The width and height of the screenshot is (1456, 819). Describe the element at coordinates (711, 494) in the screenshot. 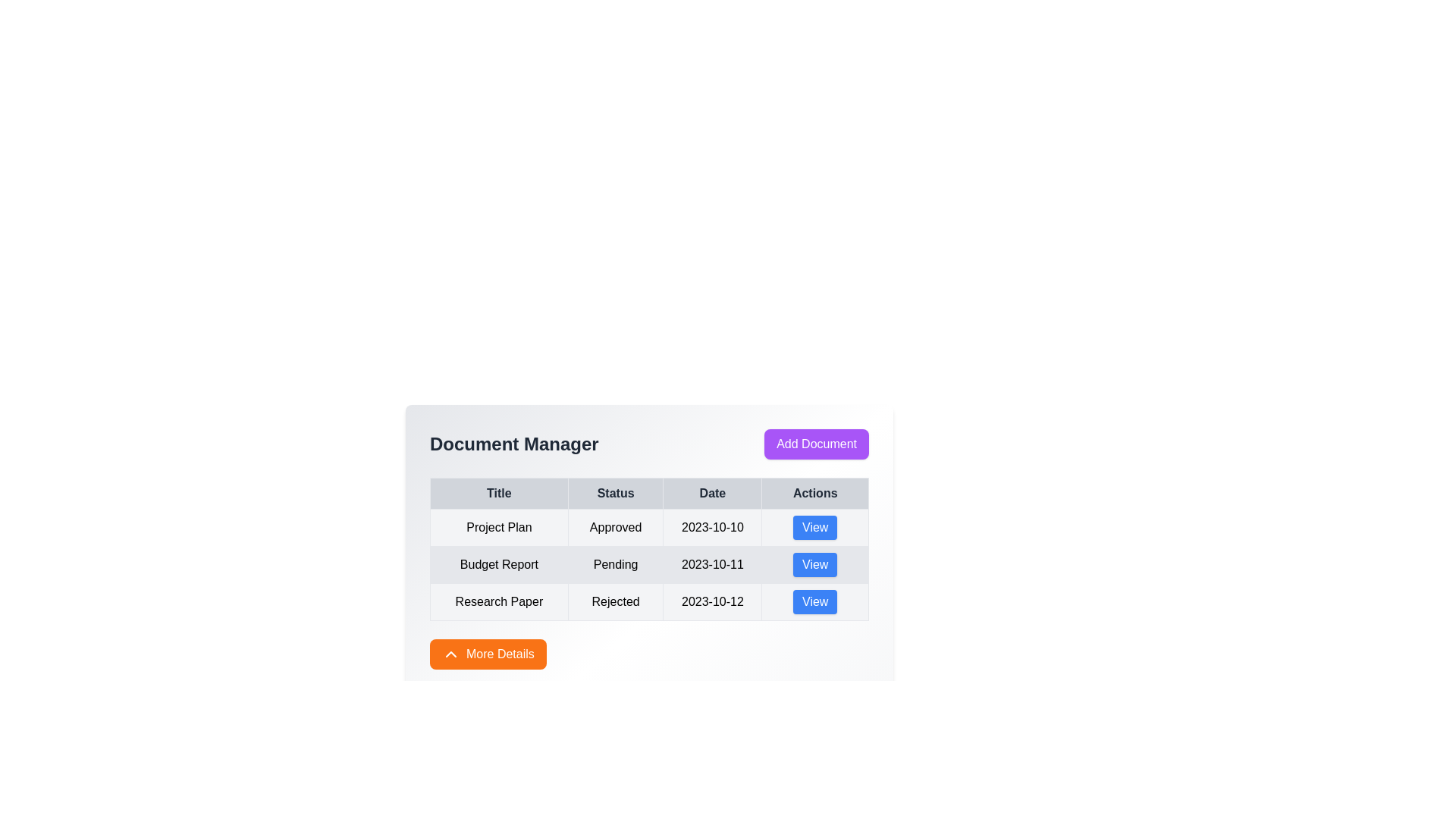

I see `the 'Date' table header cell, which is the third header in the row, positioned between 'Status' and 'Actions'` at that location.